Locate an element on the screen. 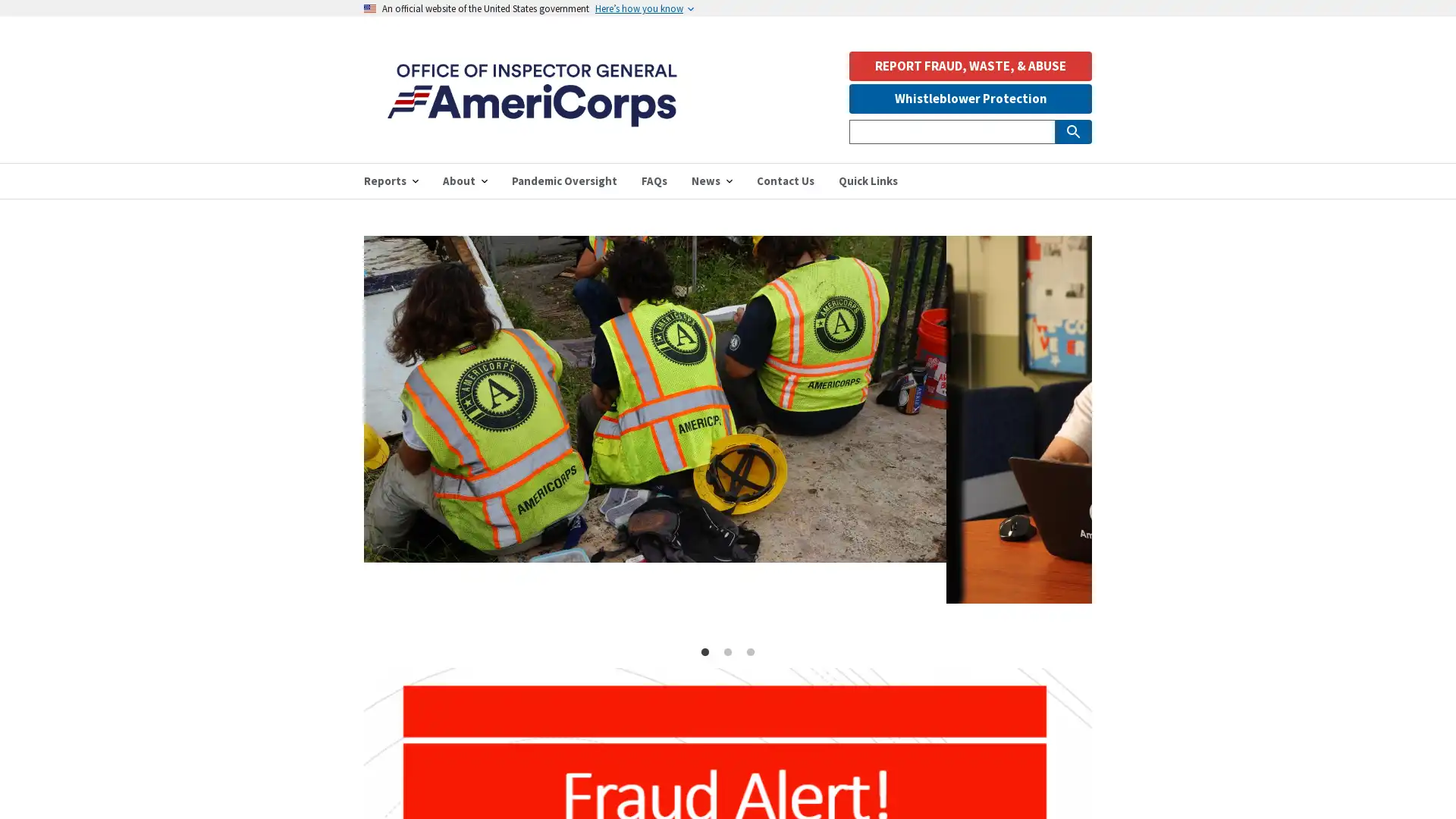 The image size is (1456, 819). Next is located at coordinates (1084, 432).